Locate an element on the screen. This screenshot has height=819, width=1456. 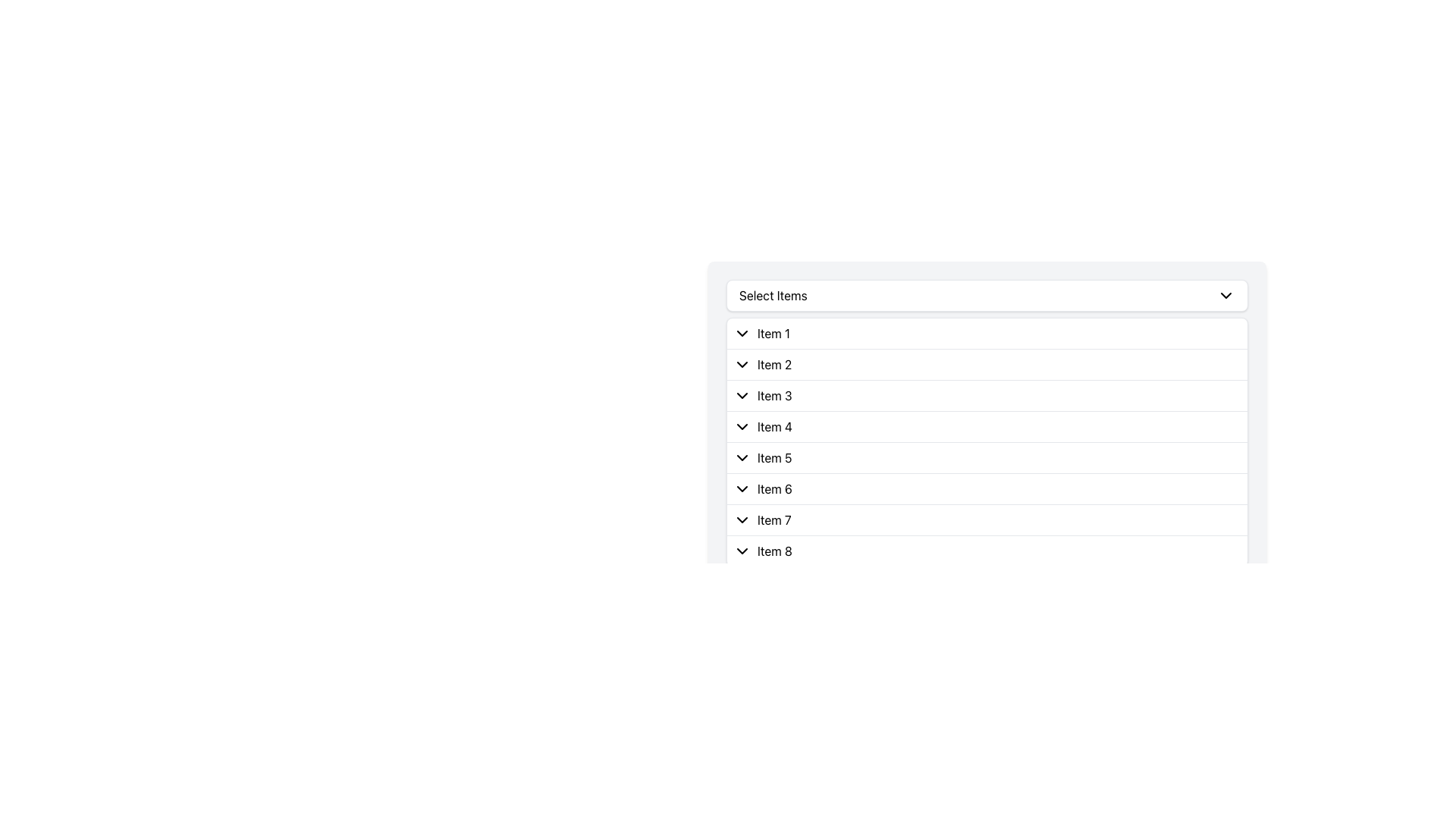
the 'Select Items' dropdown menu trigger button is located at coordinates (987, 295).